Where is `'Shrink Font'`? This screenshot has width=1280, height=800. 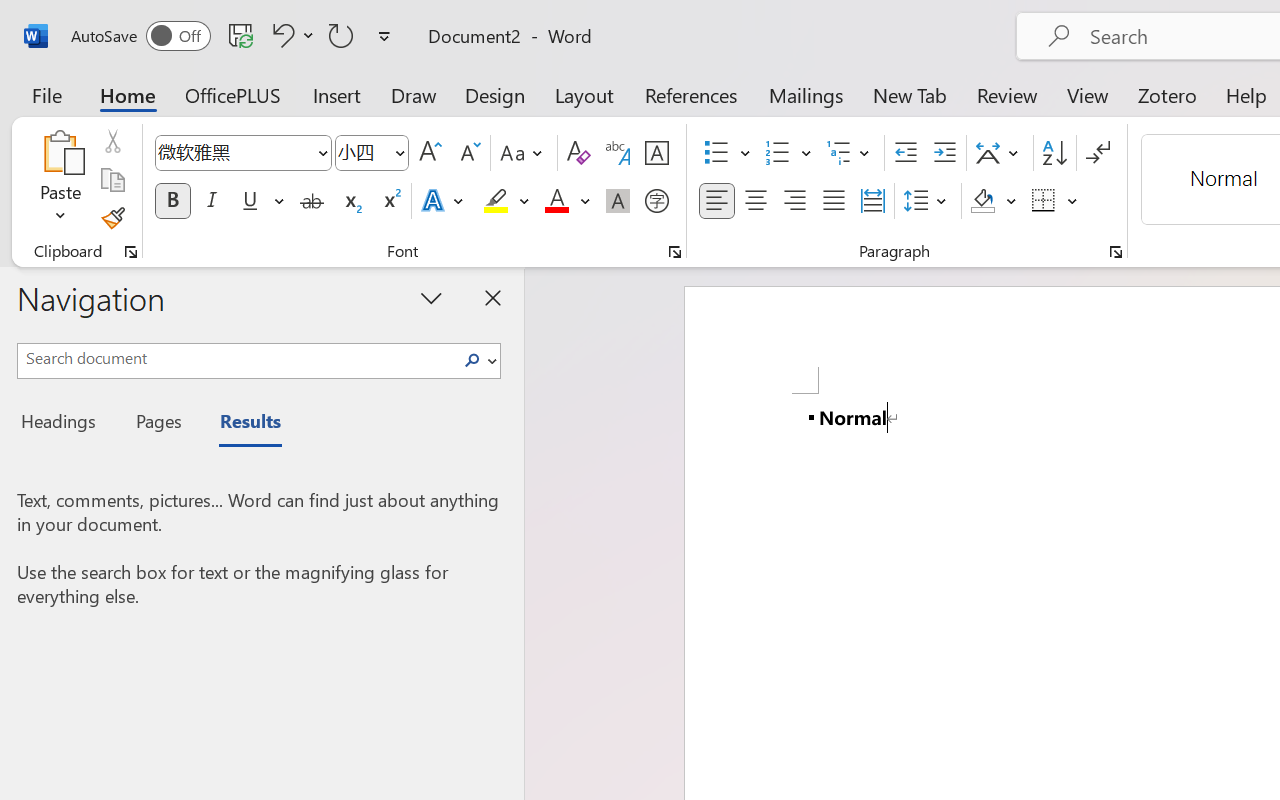
'Shrink Font' is located at coordinates (467, 153).